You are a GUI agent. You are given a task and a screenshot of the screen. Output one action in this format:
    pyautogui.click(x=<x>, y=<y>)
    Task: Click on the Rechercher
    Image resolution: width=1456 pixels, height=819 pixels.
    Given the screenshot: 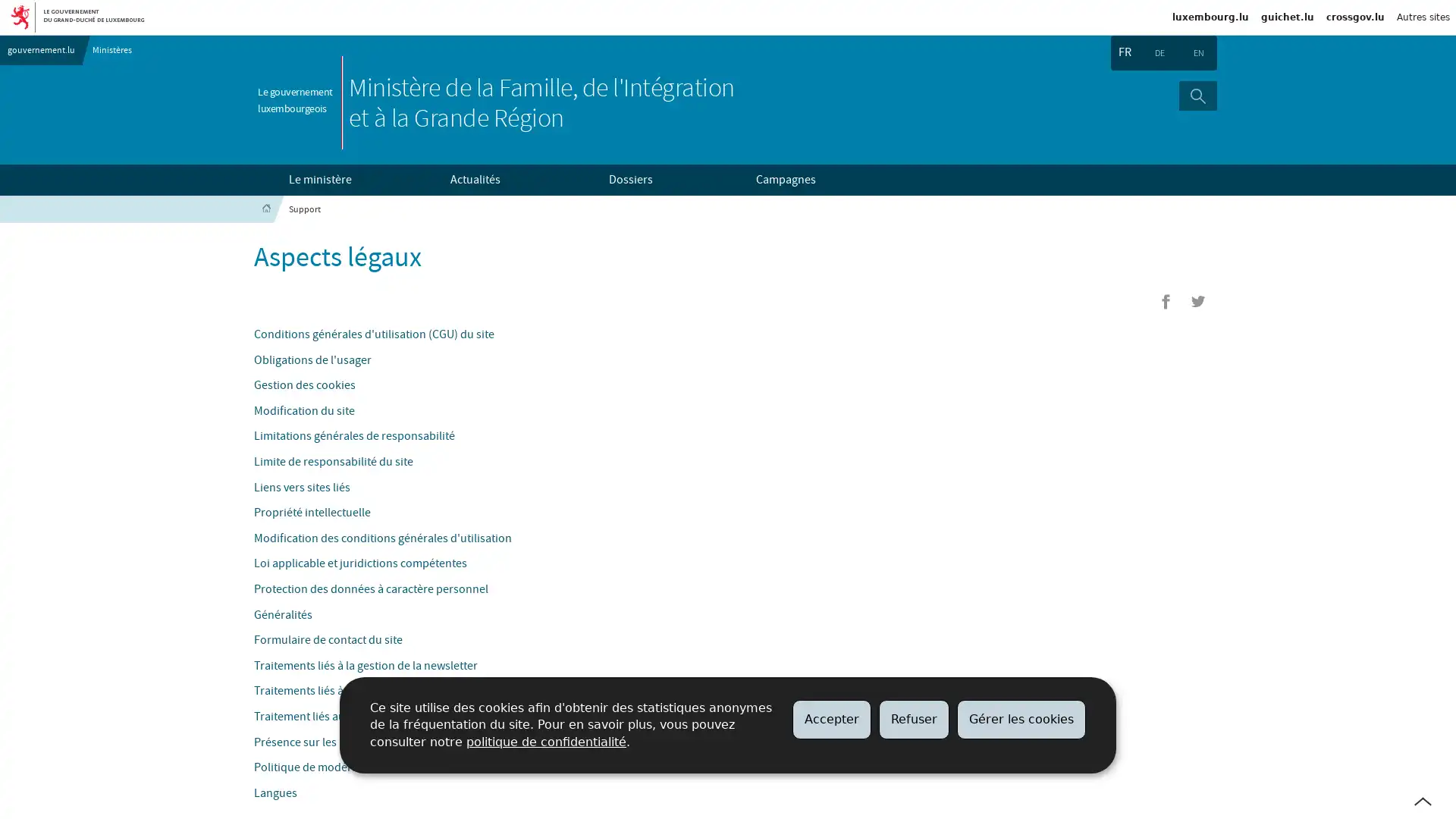 What is the action you would take?
    pyautogui.click(x=1197, y=96)
    